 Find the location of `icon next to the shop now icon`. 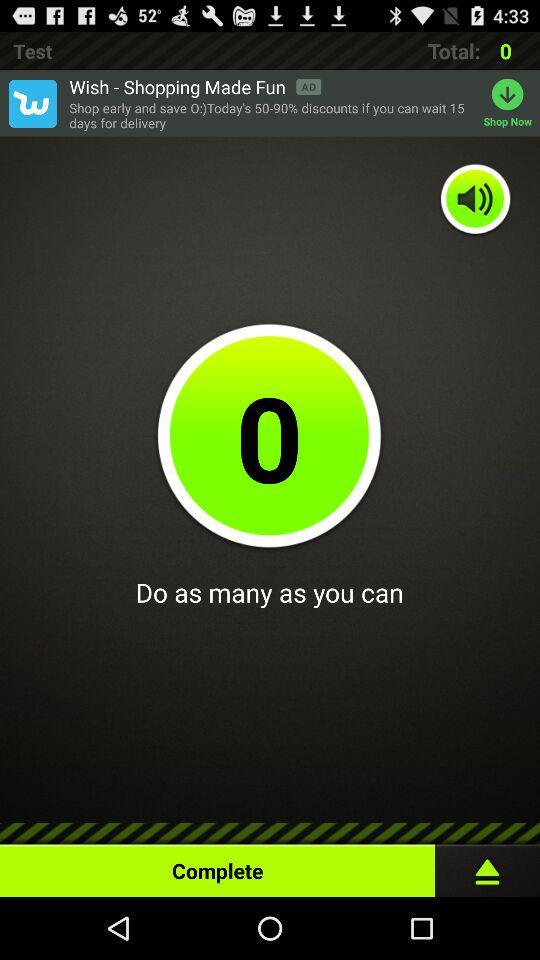

icon next to the shop now icon is located at coordinates (270, 115).